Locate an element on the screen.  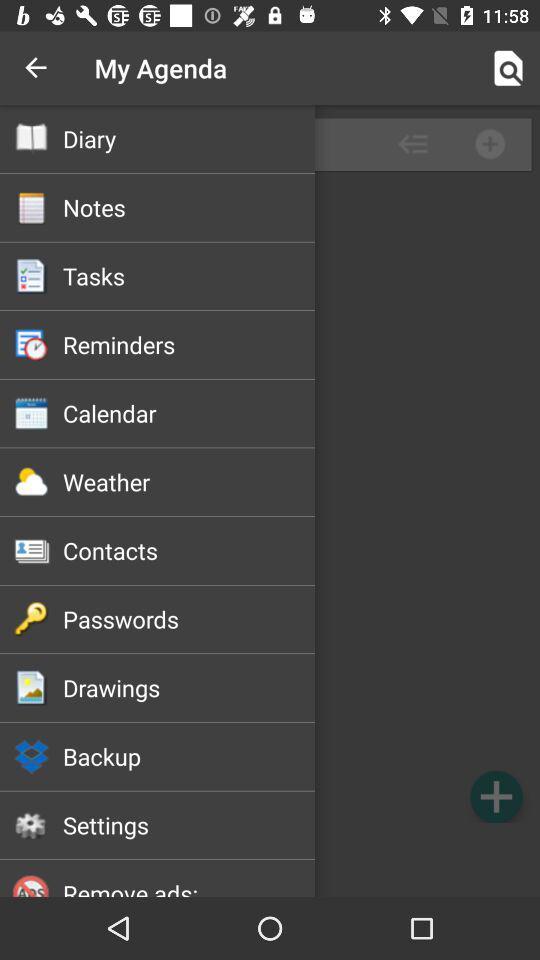
remove advertisements is located at coordinates (270, 861).